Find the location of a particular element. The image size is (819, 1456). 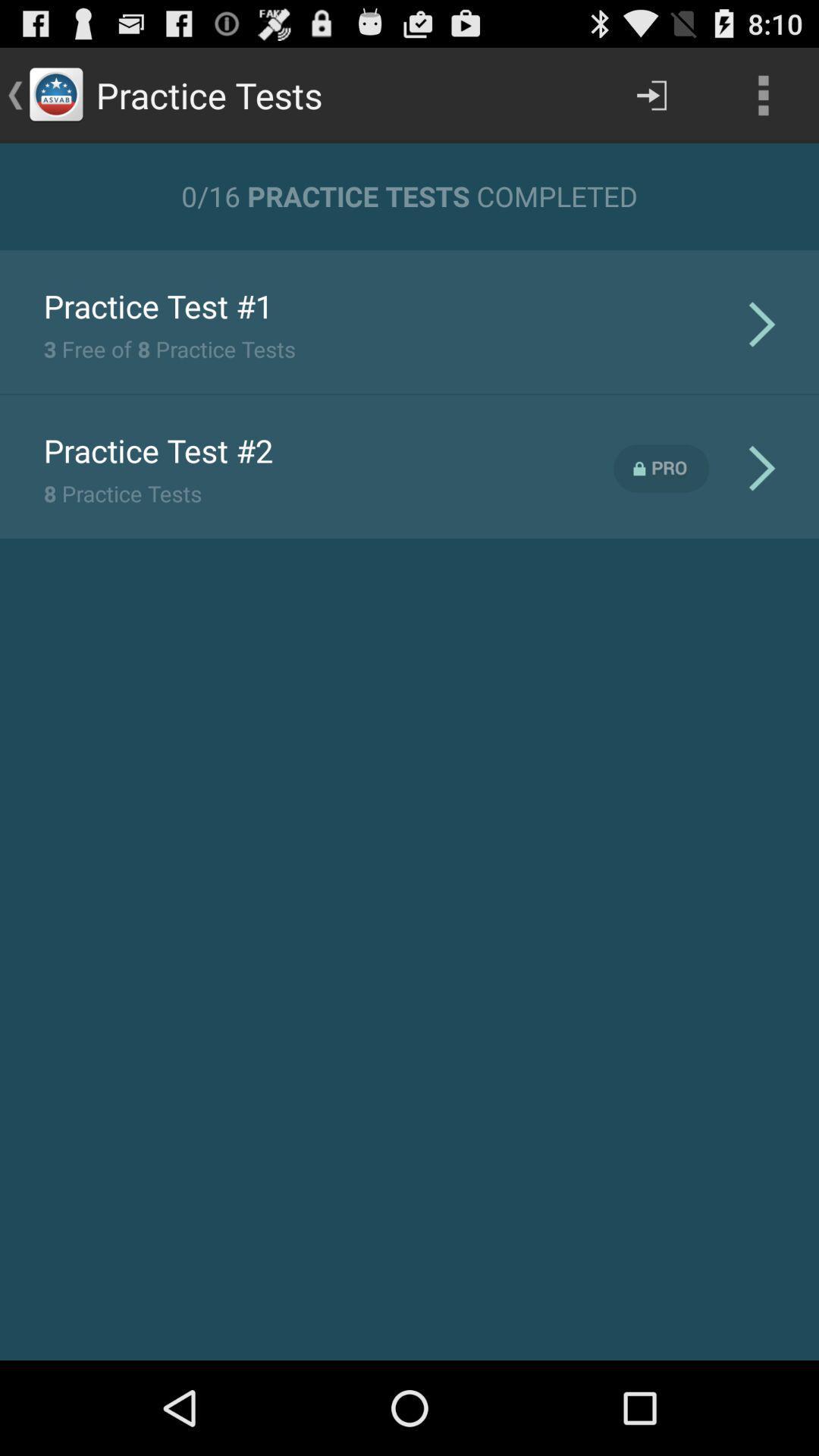

the icon next to the practice test #2 app is located at coordinates (661, 468).